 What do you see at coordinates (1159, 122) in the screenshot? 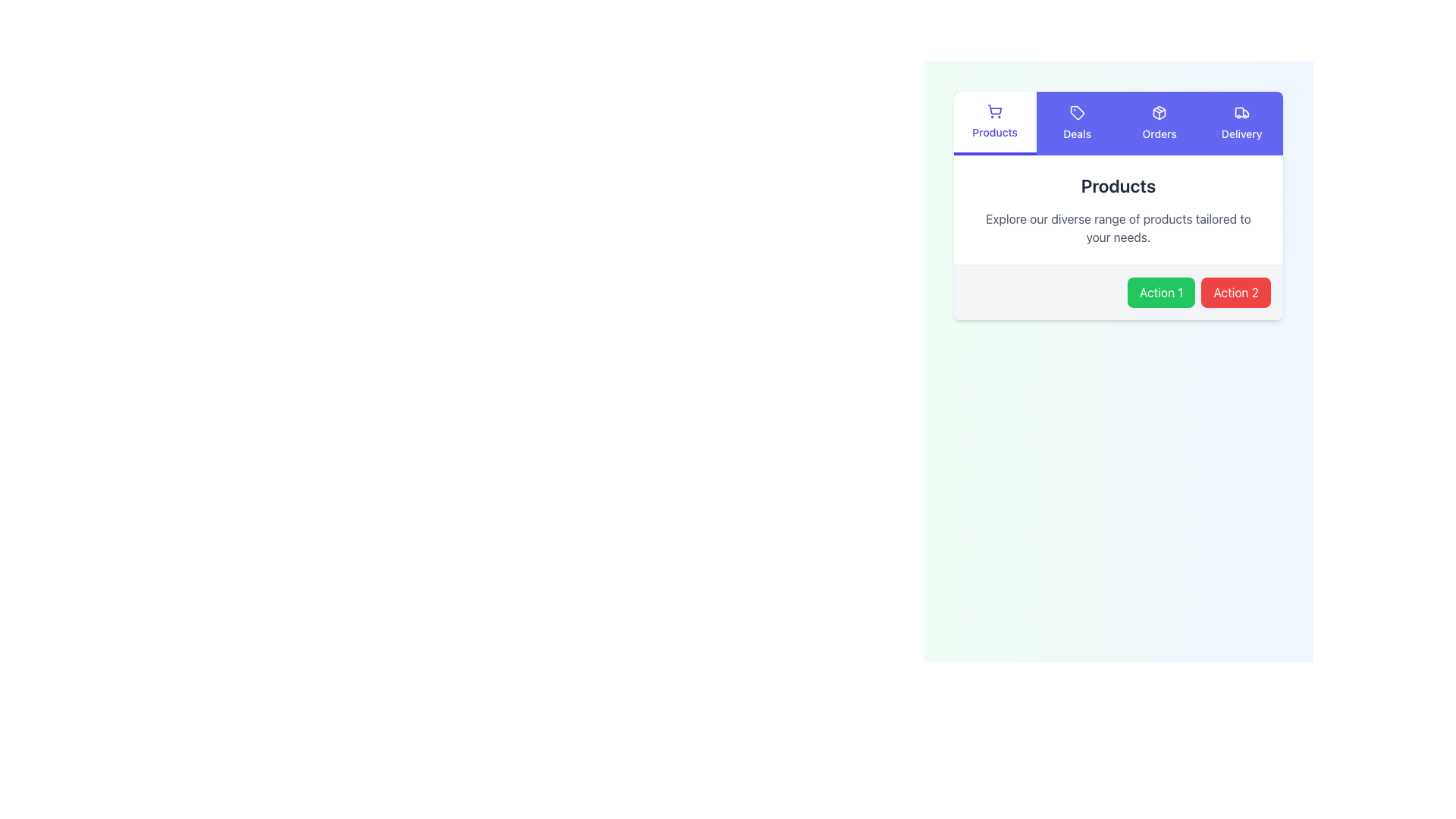
I see `the 'Orders' button, which is a rectangular card with a violet background and a package icon, located in the navigation menu` at bounding box center [1159, 122].